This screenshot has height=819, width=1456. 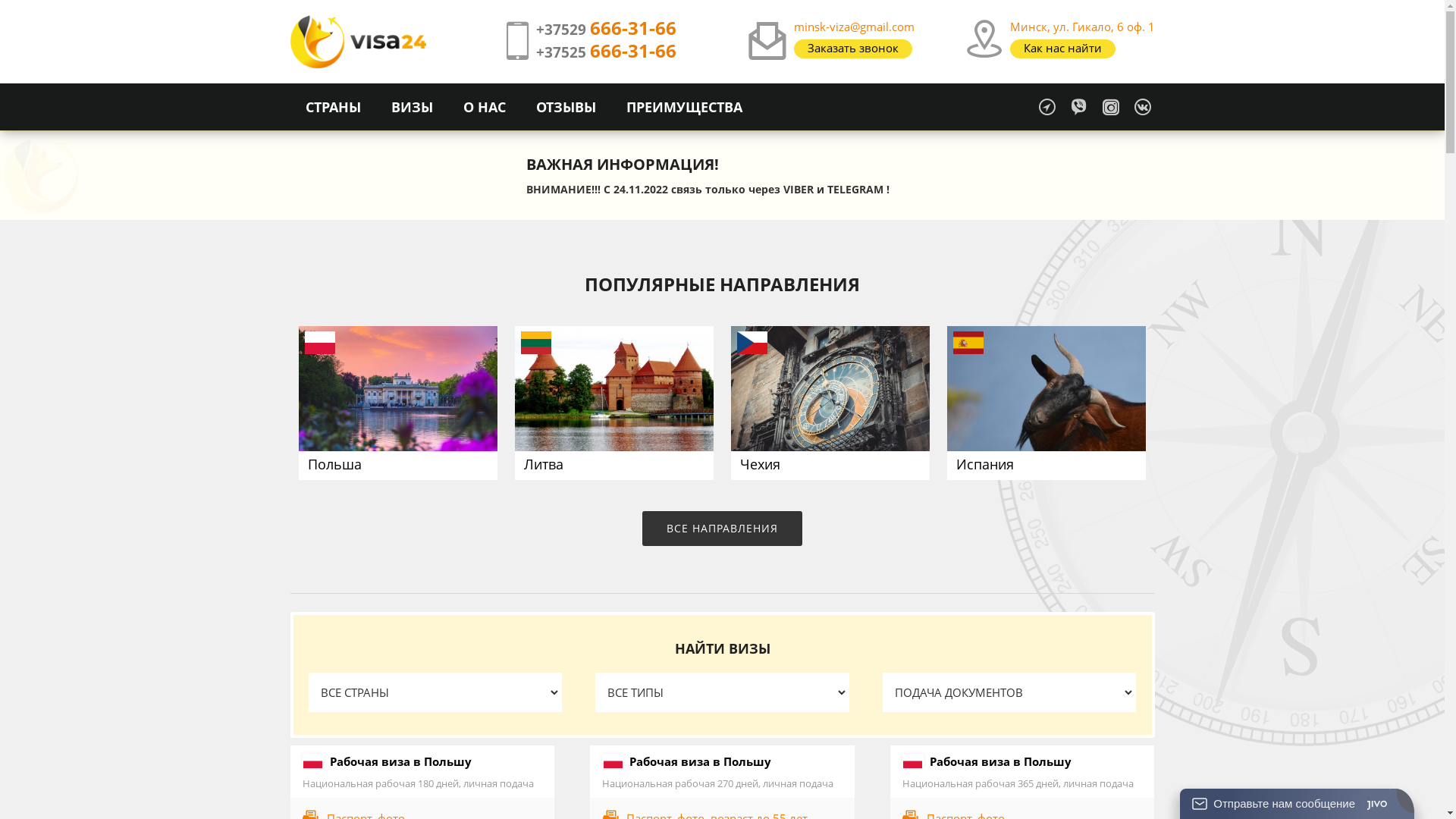 I want to click on '+37525 666-31-66', so click(x=604, y=52).